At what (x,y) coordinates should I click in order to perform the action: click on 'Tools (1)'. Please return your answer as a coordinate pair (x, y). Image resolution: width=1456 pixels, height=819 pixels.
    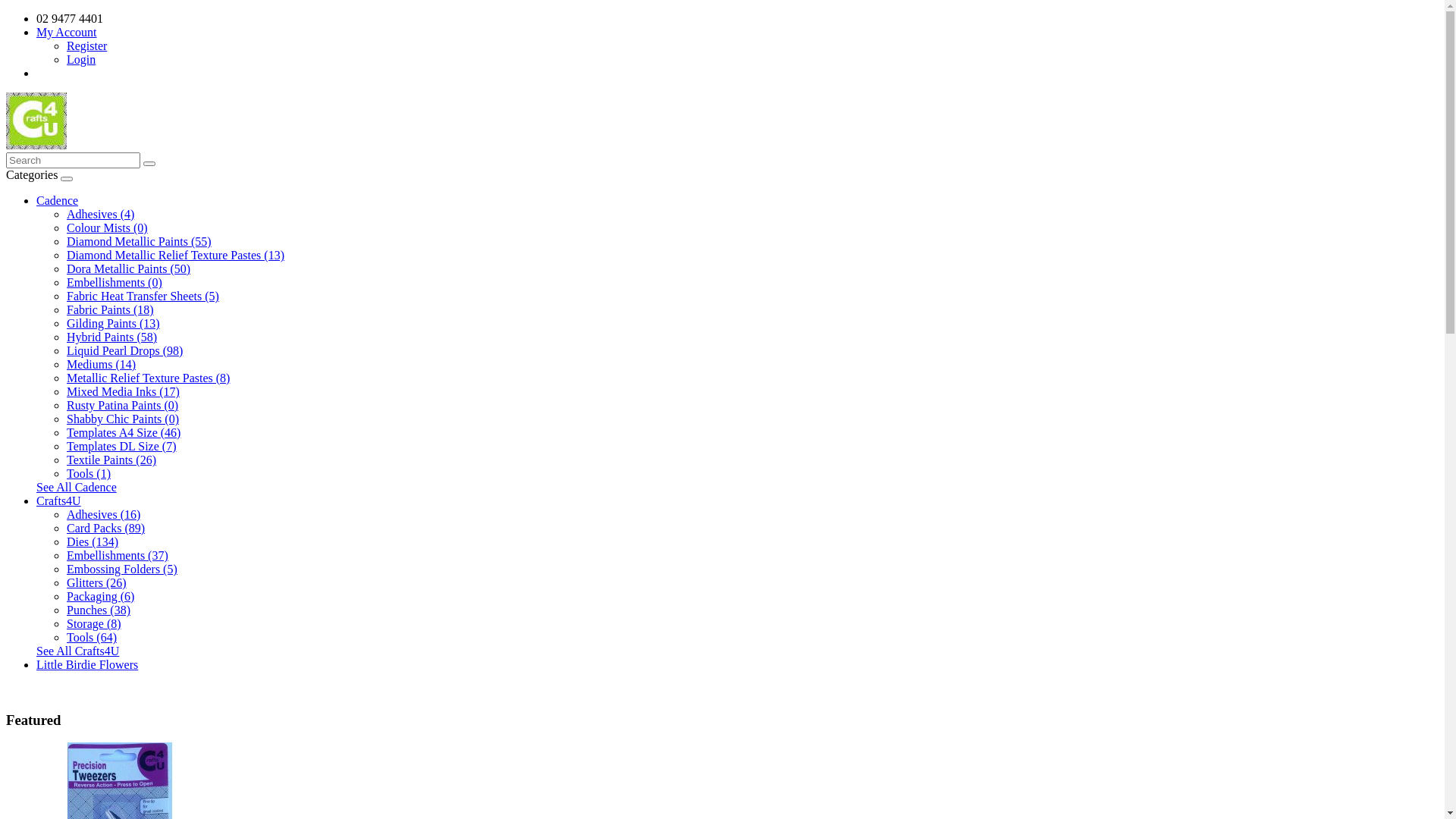
    Looking at the image, I should click on (65, 472).